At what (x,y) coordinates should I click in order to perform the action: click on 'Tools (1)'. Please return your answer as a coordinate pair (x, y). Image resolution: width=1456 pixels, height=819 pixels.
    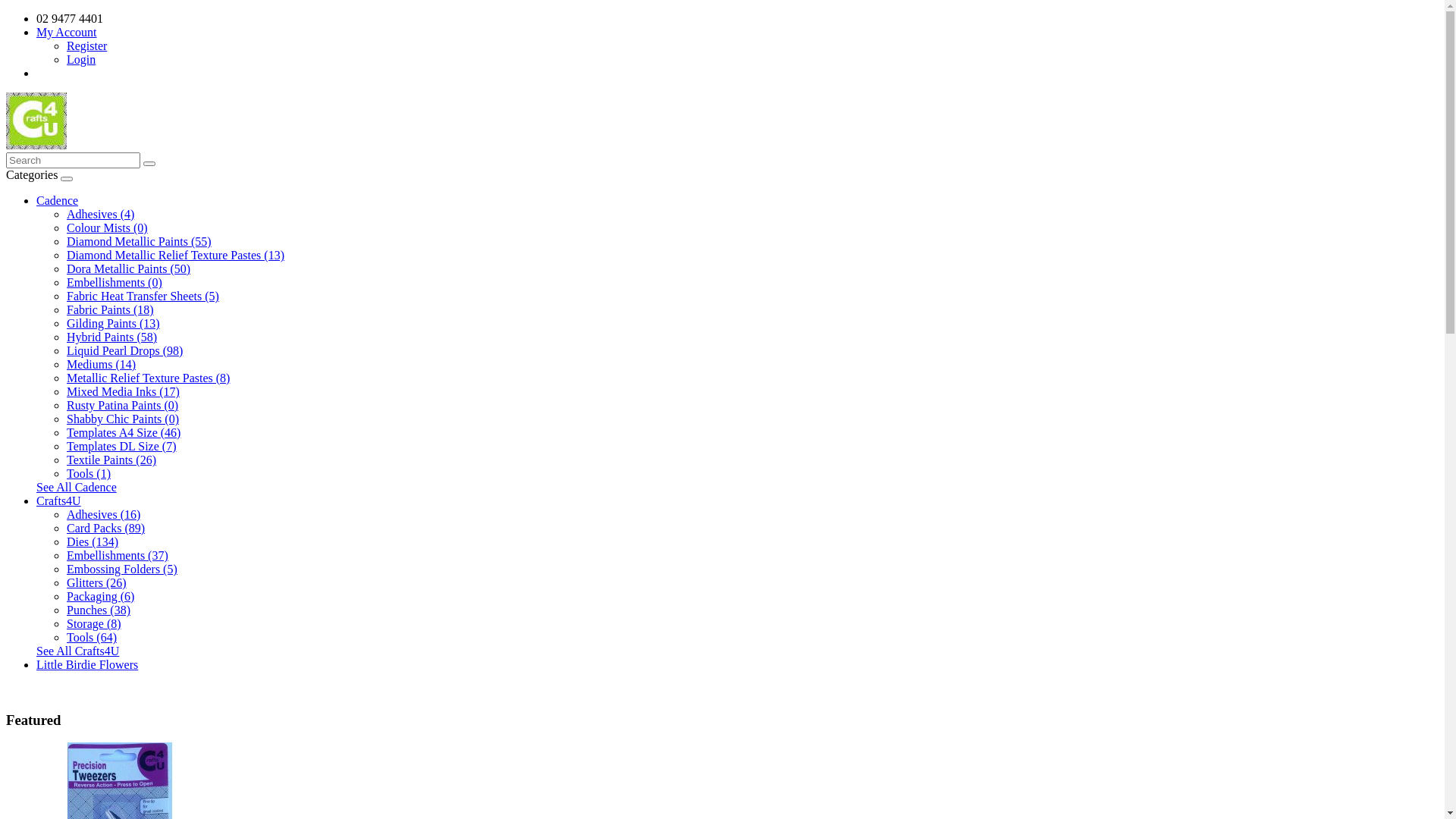
    Looking at the image, I should click on (65, 472).